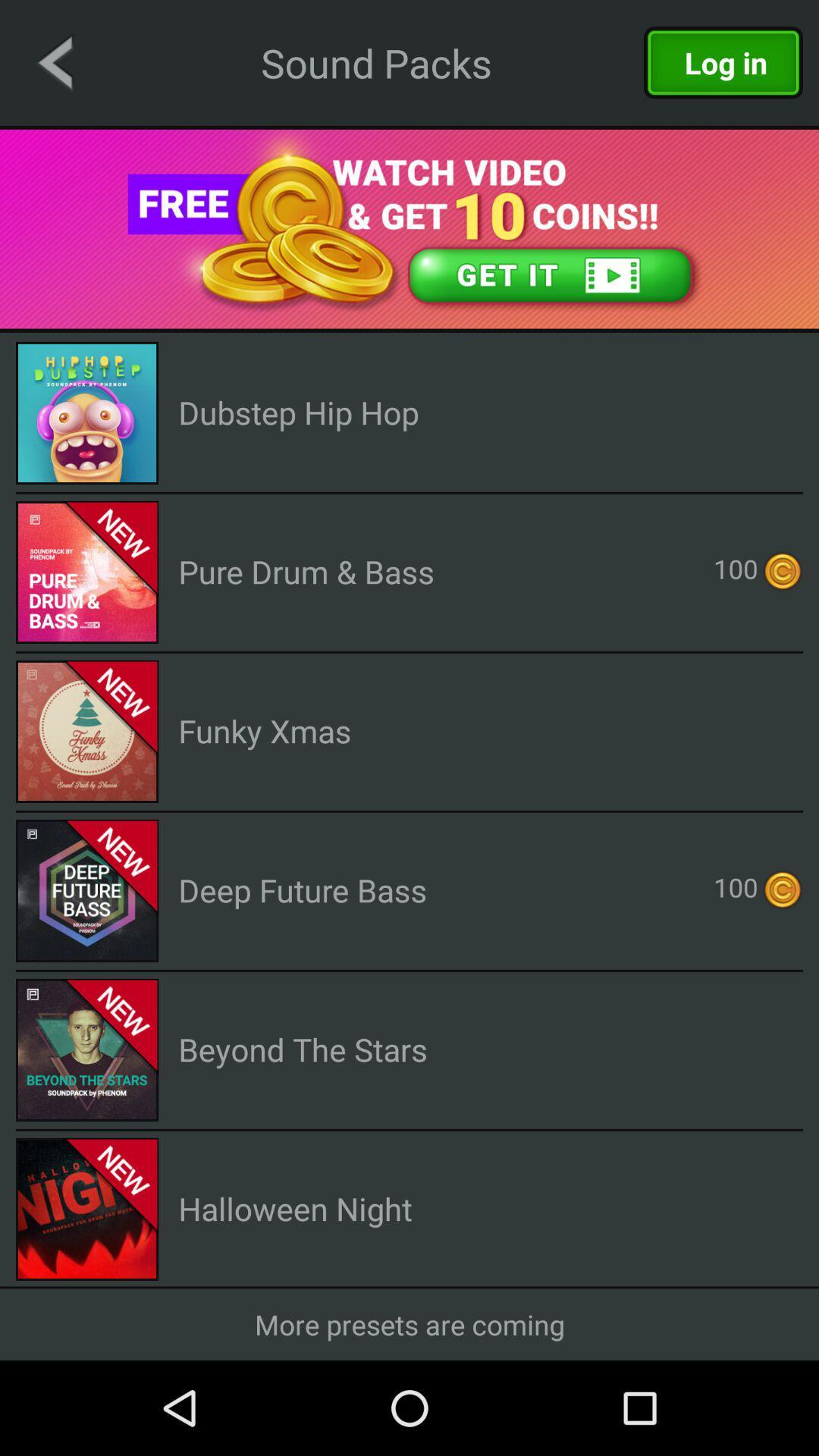 This screenshot has height=1456, width=819. I want to click on item to the left of sound packs item, so click(54, 61).